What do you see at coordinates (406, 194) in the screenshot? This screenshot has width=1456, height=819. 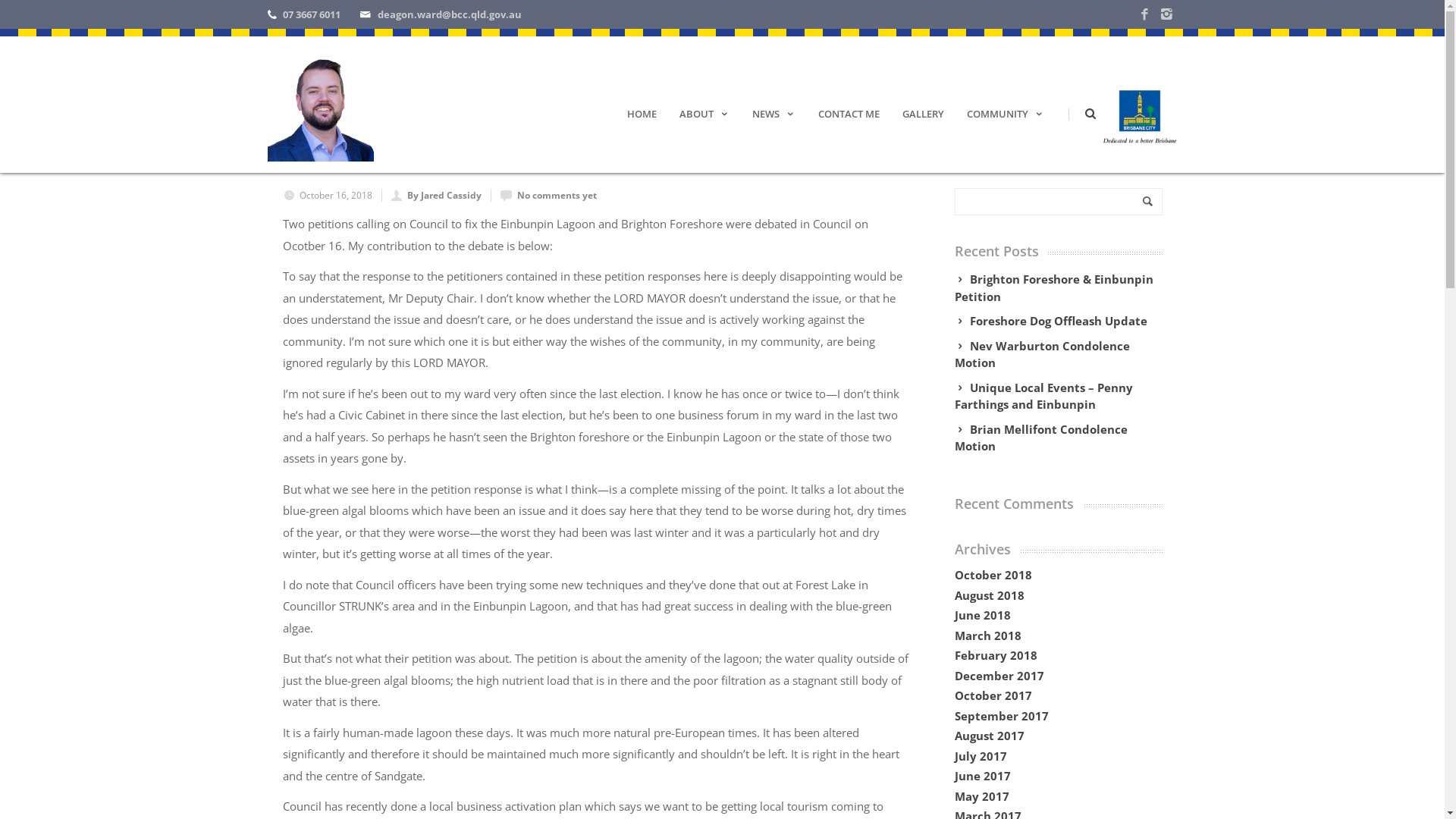 I see `'By Jared Cassidy'` at bounding box center [406, 194].